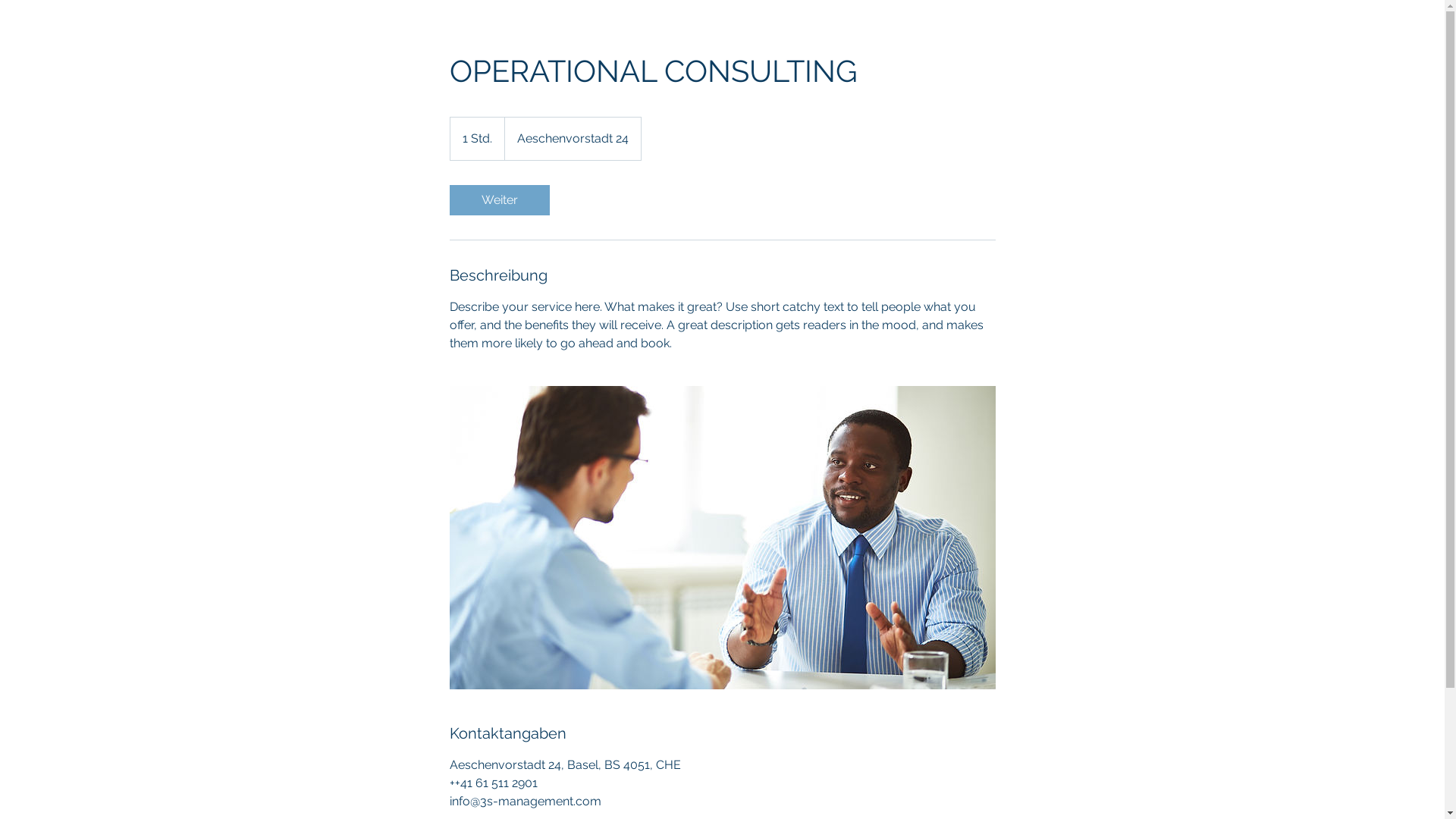  I want to click on 'Weiter', so click(447, 199).